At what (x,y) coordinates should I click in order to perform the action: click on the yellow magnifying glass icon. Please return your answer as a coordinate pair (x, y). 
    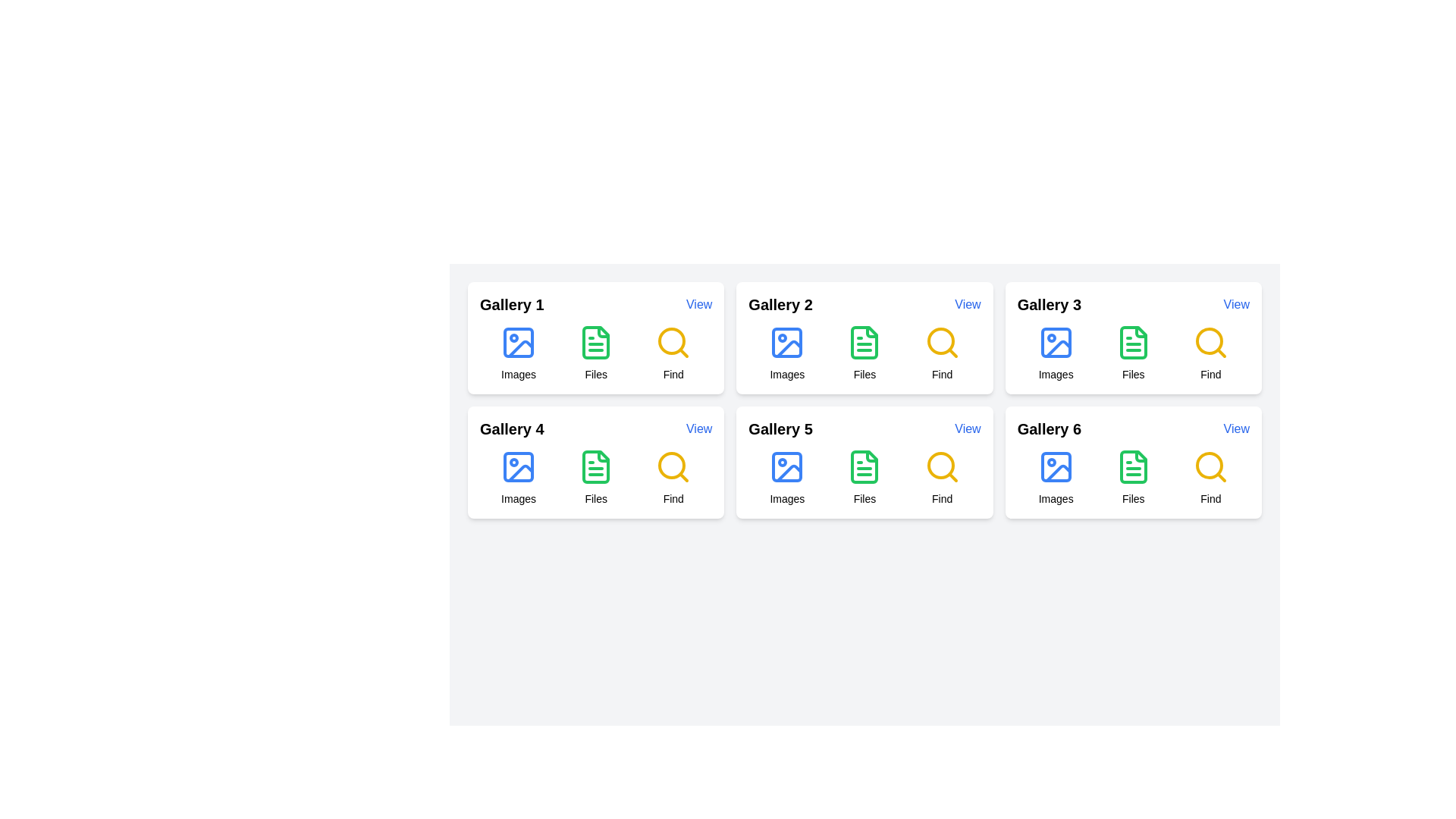
    Looking at the image, I should click on (673, 466).